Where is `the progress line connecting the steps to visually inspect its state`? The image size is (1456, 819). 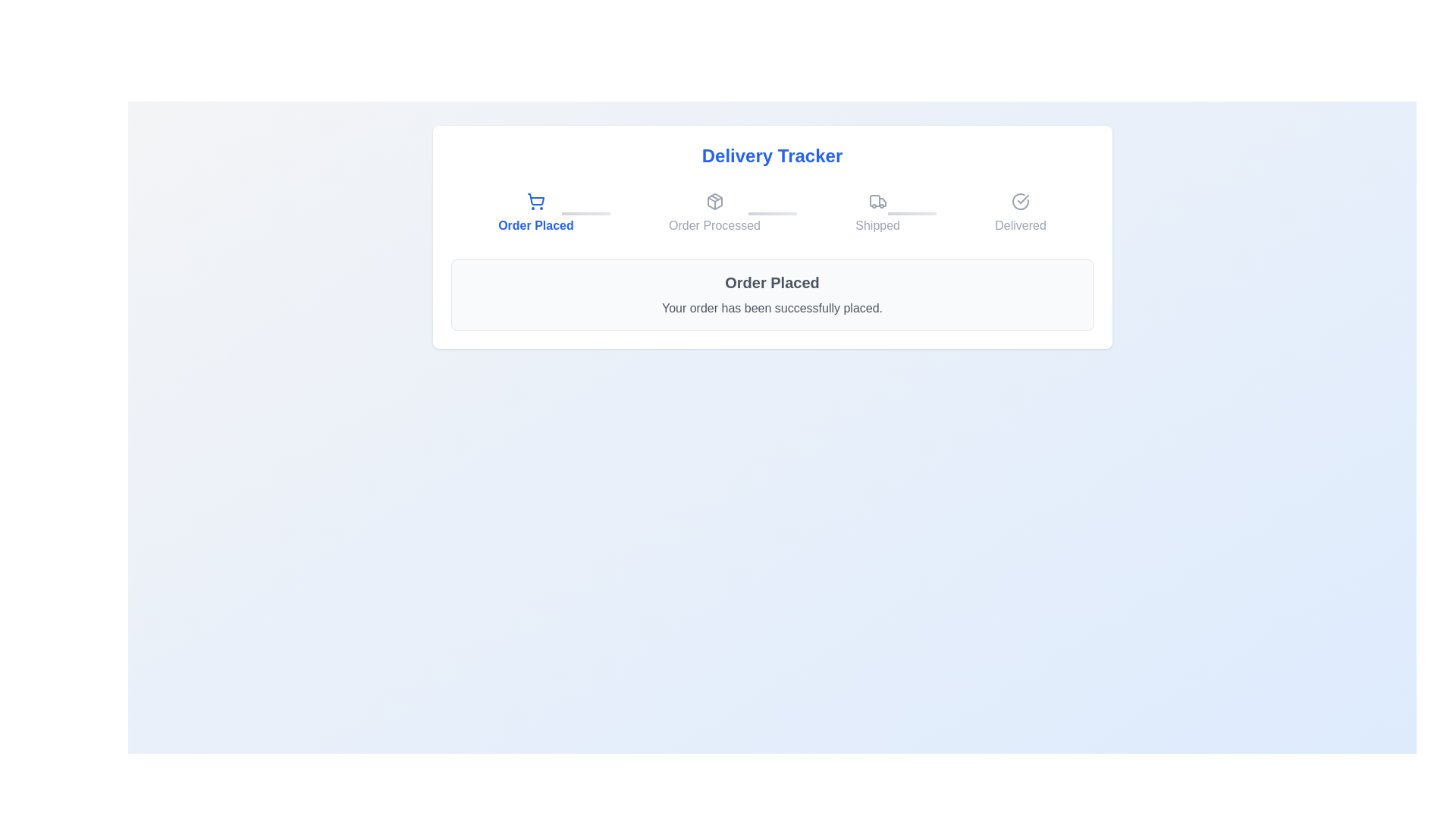
the progress line connecting the steps to visually inspect its state is located at coordinates (772, 213).